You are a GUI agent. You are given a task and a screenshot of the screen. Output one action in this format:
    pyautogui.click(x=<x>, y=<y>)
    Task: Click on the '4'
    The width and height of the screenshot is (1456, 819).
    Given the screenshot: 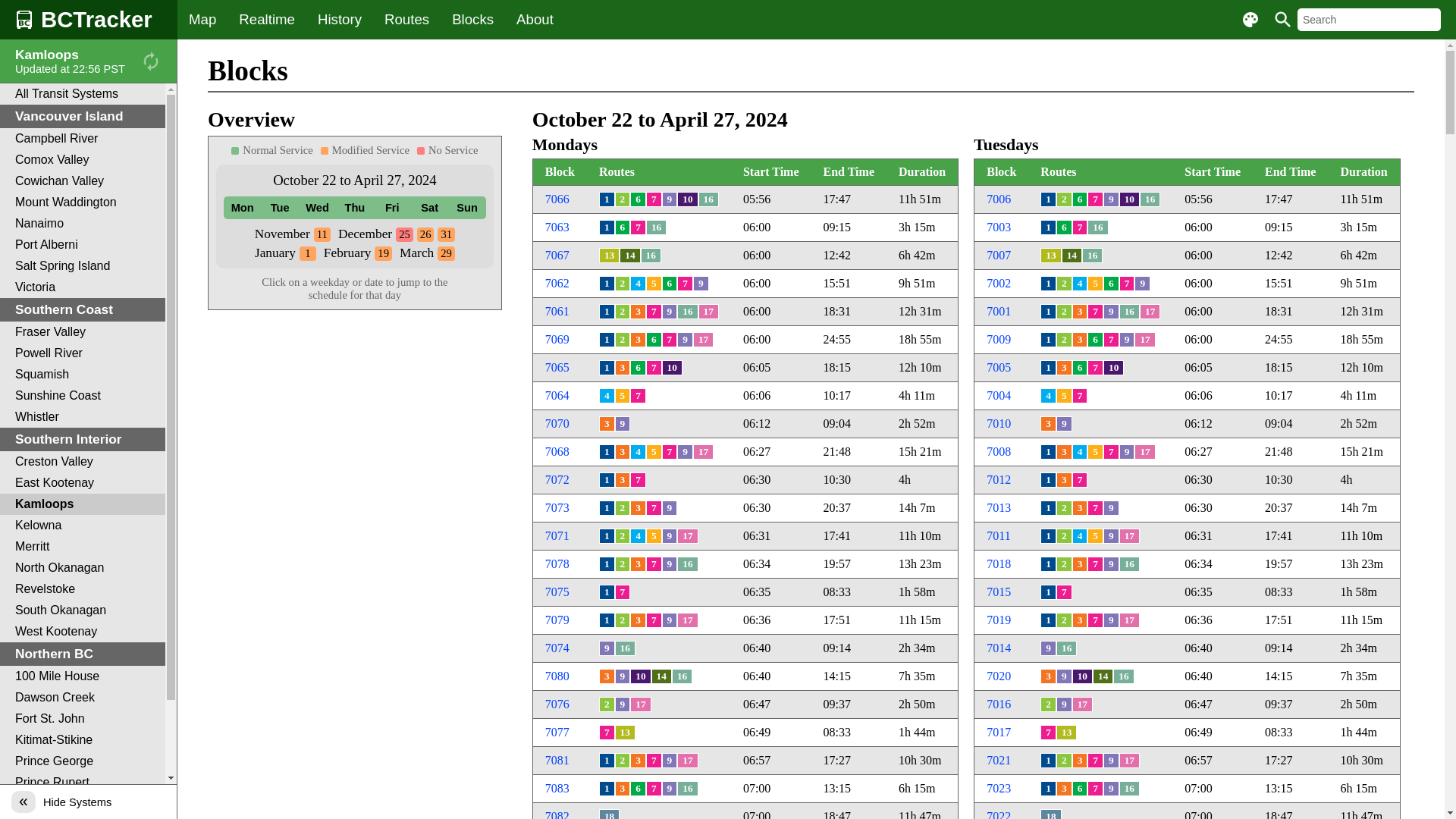 What is the action you would take?
    pyautogui.click(x=638, y=451)
    